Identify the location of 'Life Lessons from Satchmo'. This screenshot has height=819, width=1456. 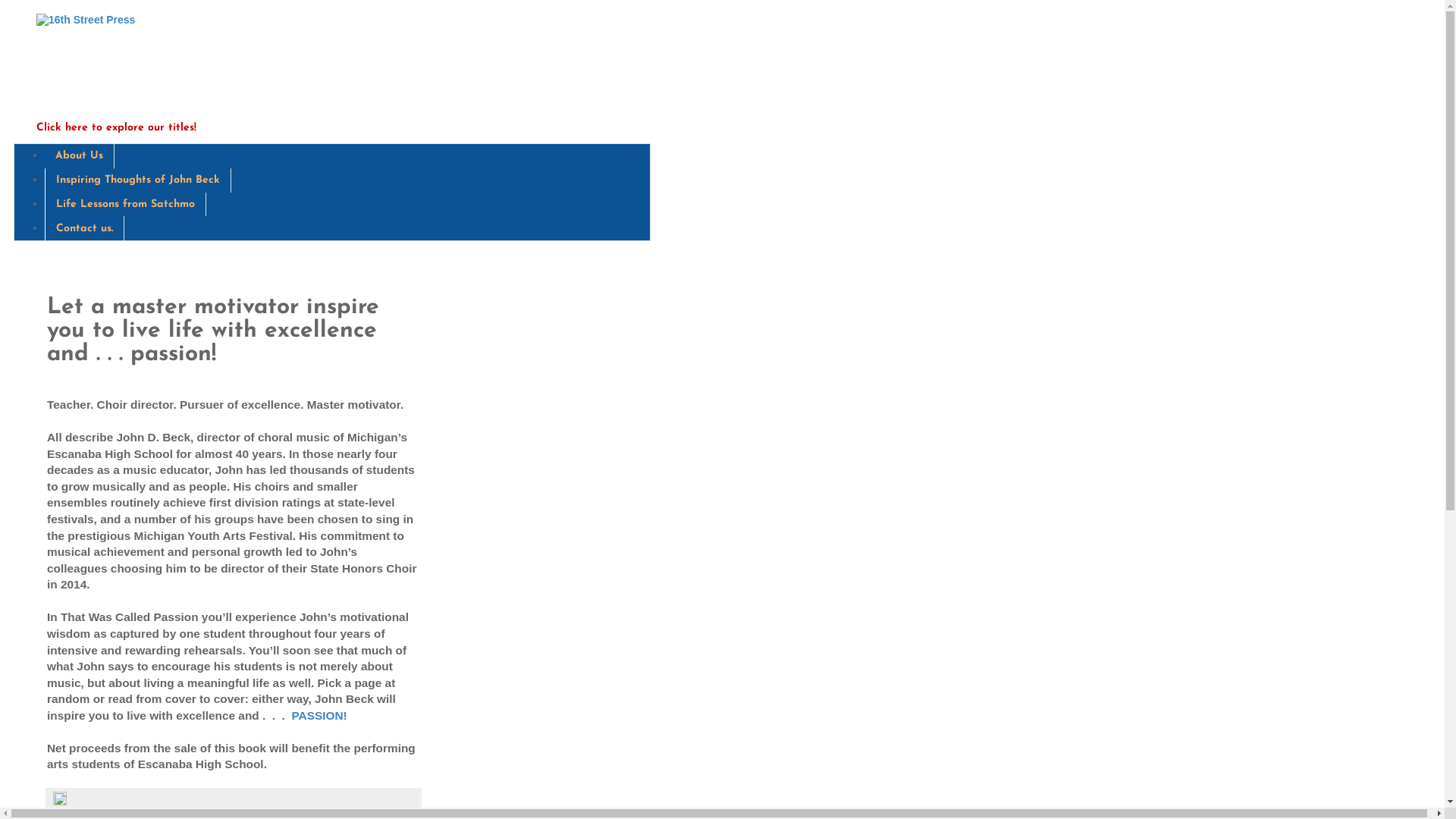
(125, 205).